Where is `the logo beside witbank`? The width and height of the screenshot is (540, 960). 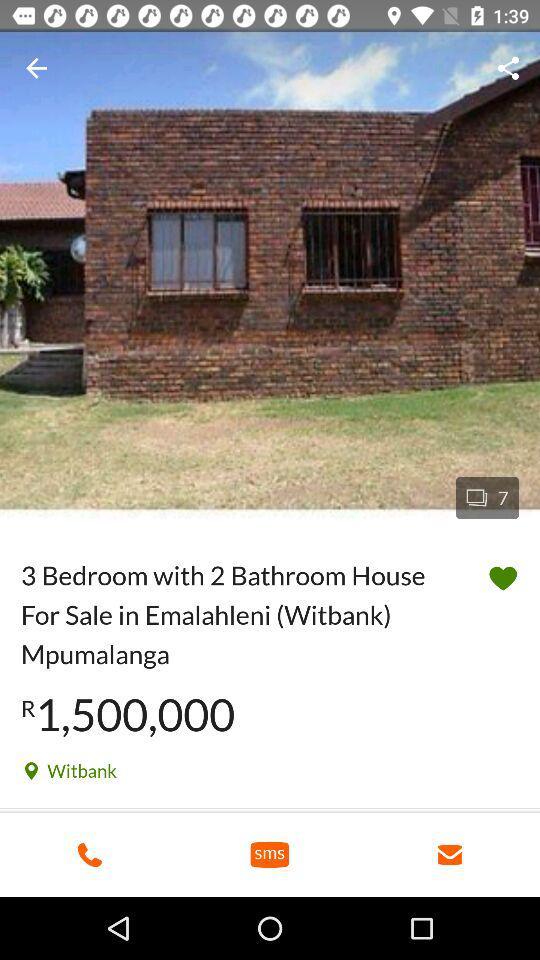
the logo beside witbank is located at coordinates (30, 770).